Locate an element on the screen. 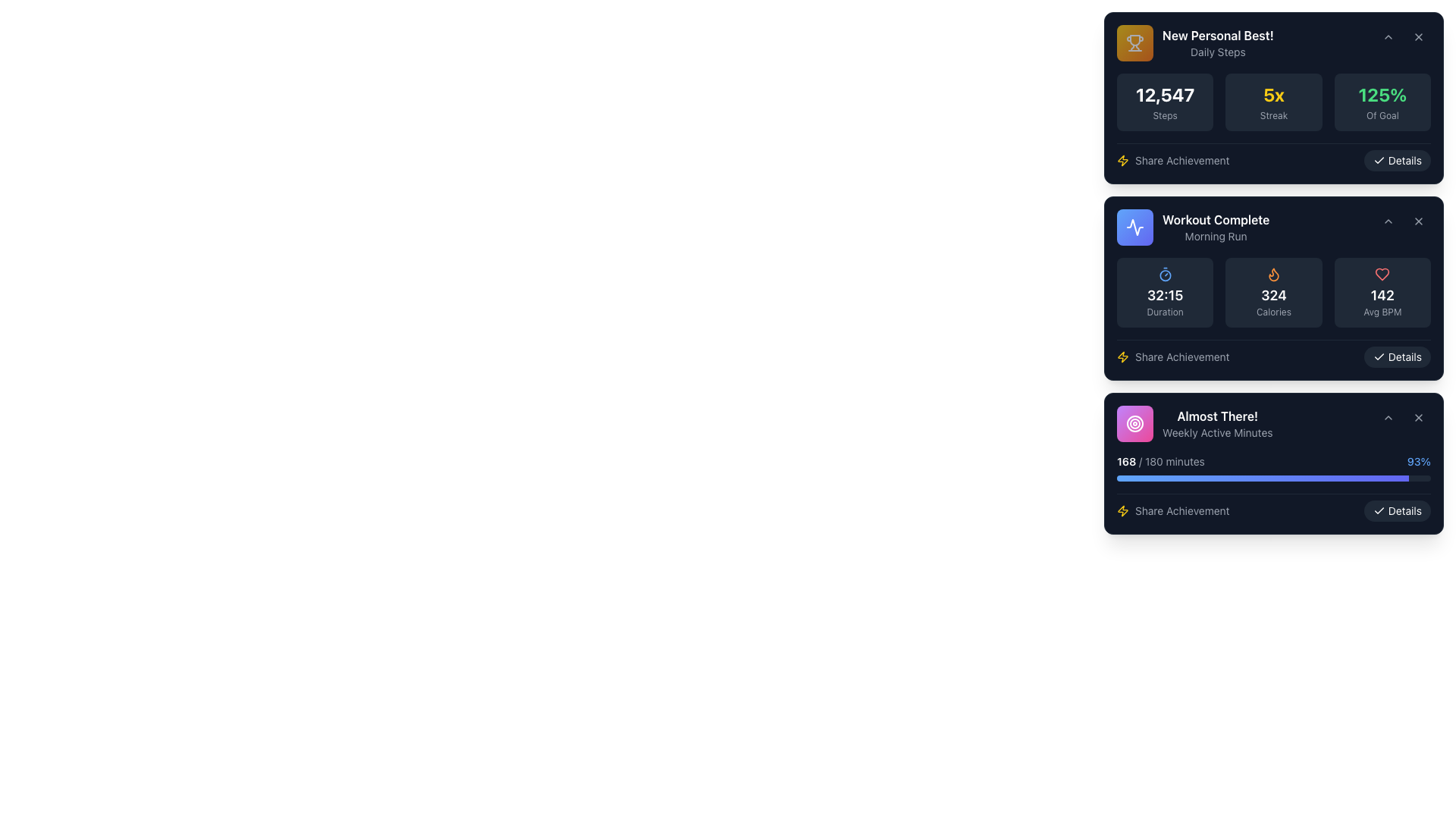  the share achievement icon located immediately to the left of the text 'Share Achievement' in the second card from the top is located at coordinates (1123, 161).